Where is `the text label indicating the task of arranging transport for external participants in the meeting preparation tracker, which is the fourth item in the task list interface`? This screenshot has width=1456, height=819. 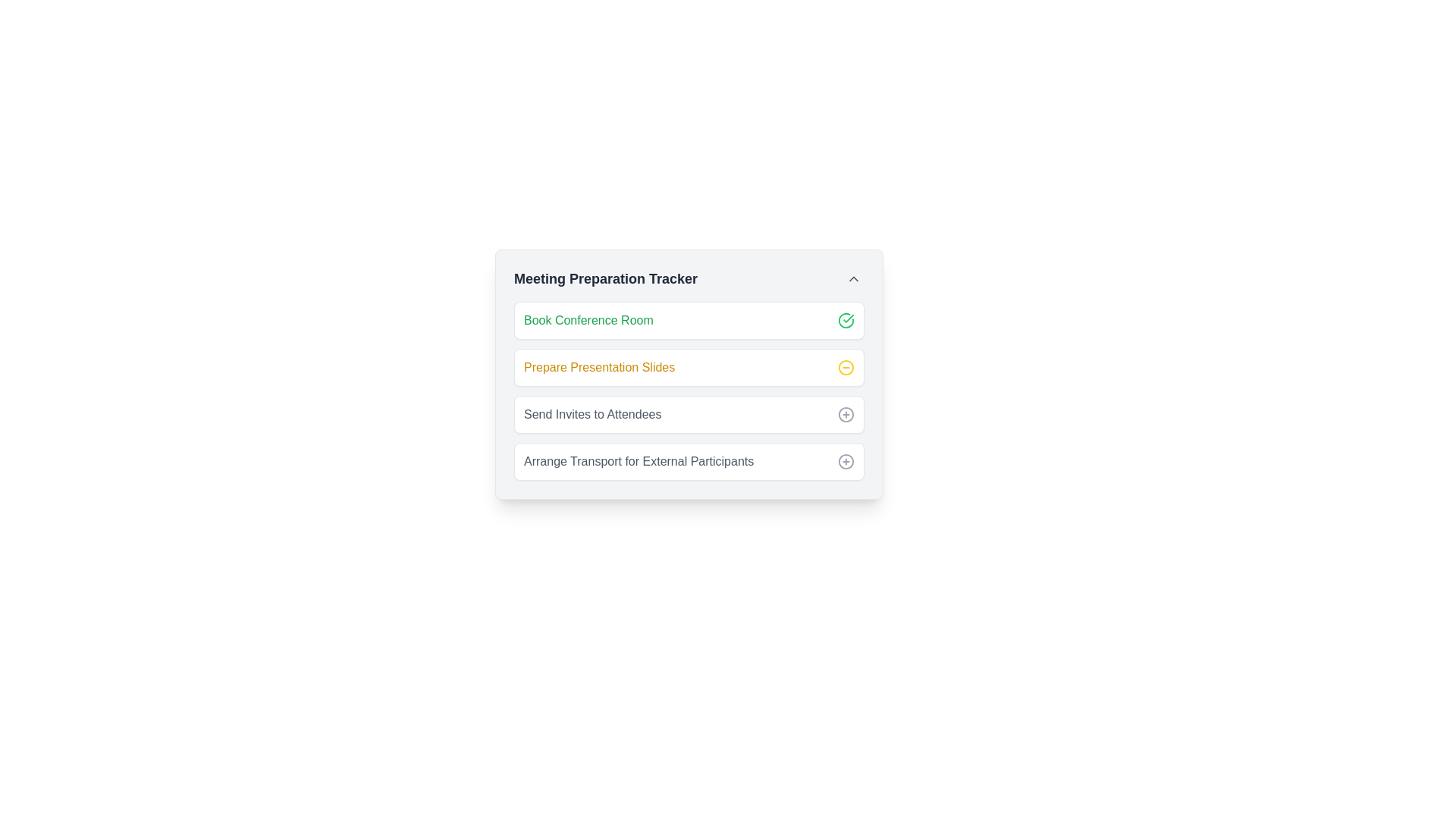
the text label indicating the task of arranging transport for external participants in the meeting preparation tracker, which is the fourth item in the task list interface is located at coordinates (639, 461).